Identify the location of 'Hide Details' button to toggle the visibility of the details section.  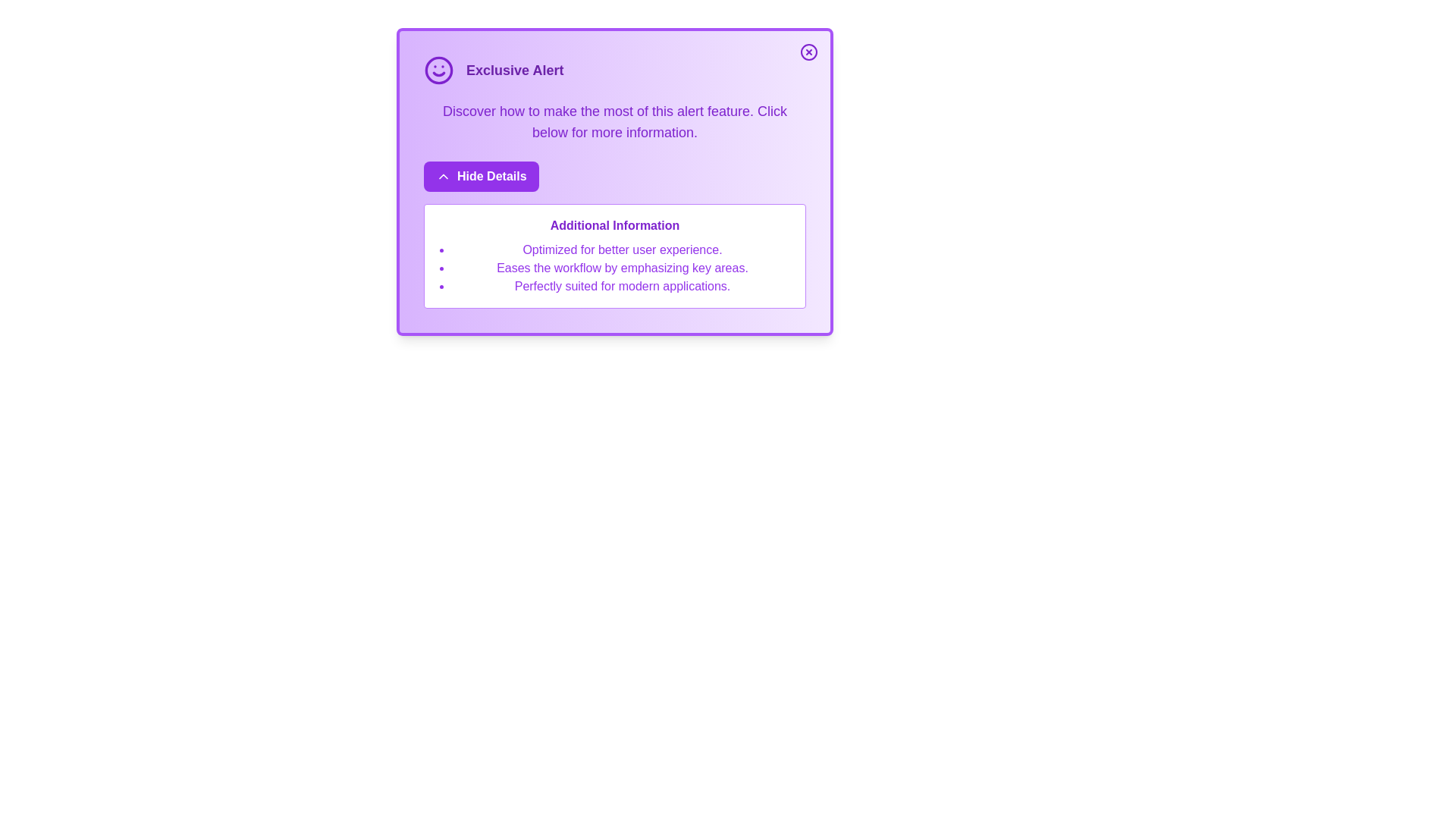
(479, 175).